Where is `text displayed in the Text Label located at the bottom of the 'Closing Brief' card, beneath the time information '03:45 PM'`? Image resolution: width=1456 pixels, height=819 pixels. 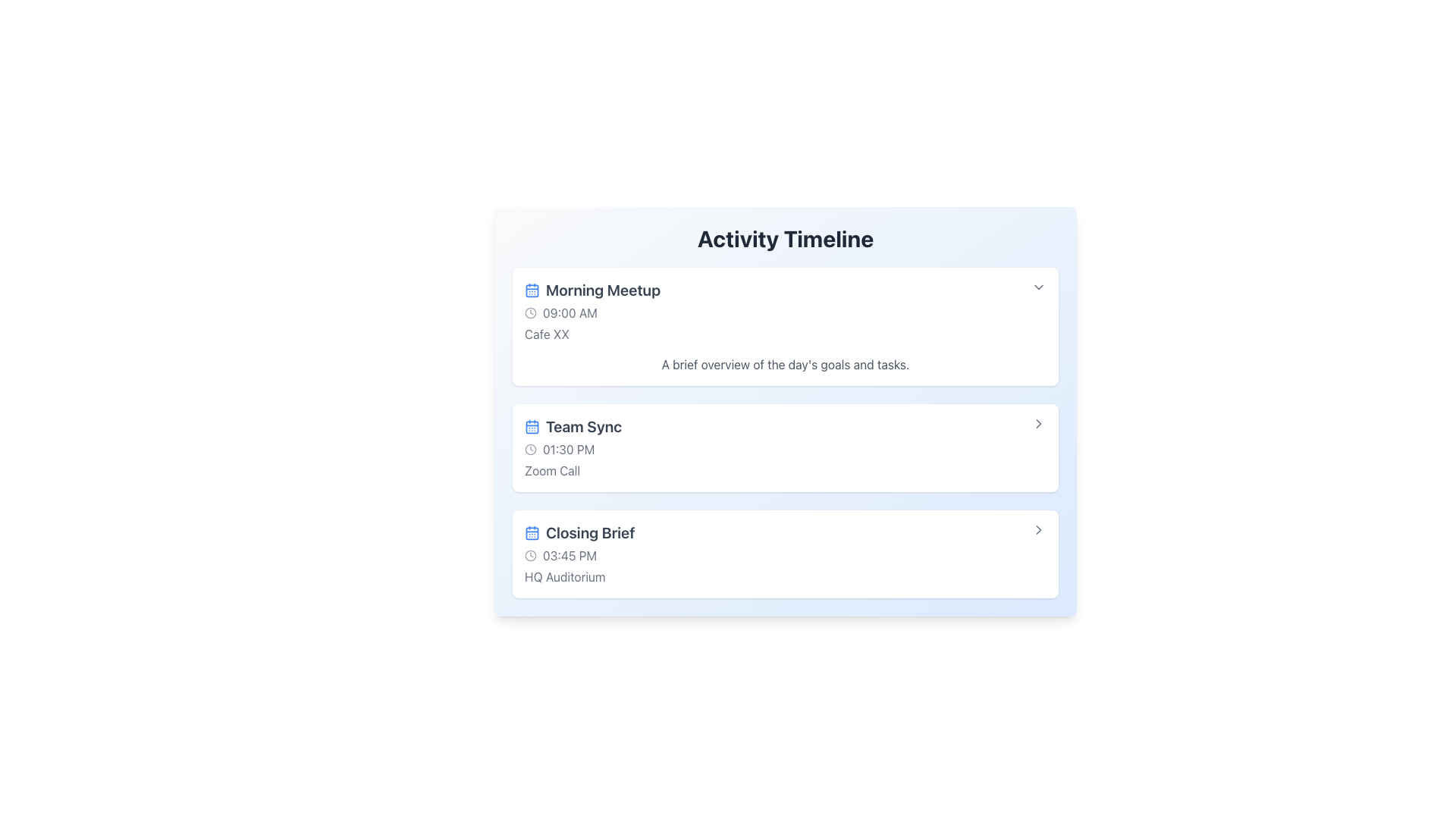 text displayed in the Text Label located at the bottom of the 'Closing Brief' card, beneath the time information '03:45 PM' is located at coordinates (579, 576).